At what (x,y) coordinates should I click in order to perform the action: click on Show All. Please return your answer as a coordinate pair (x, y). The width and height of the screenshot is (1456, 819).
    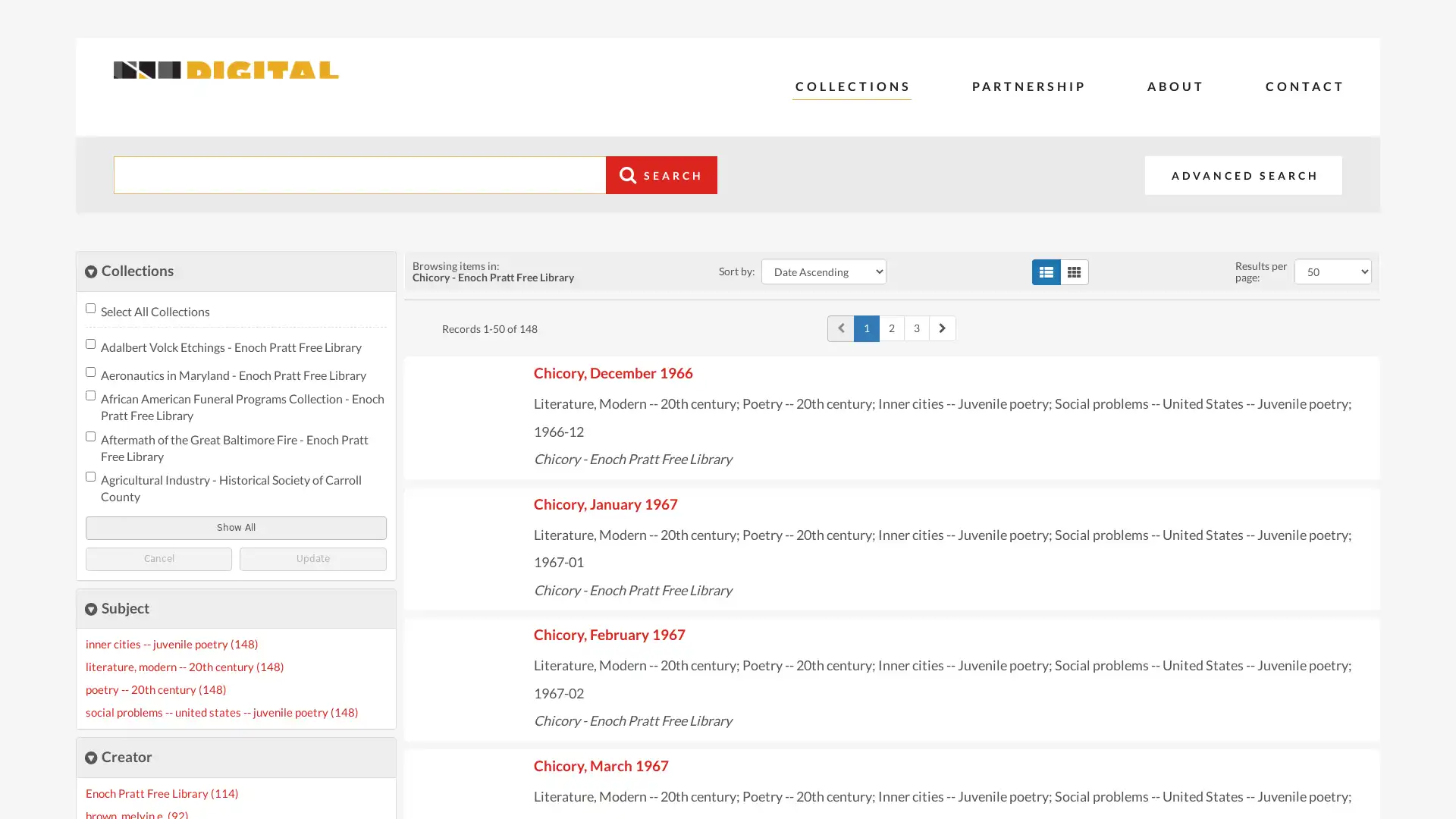
    Looking at the image, I should click on (235, 526).